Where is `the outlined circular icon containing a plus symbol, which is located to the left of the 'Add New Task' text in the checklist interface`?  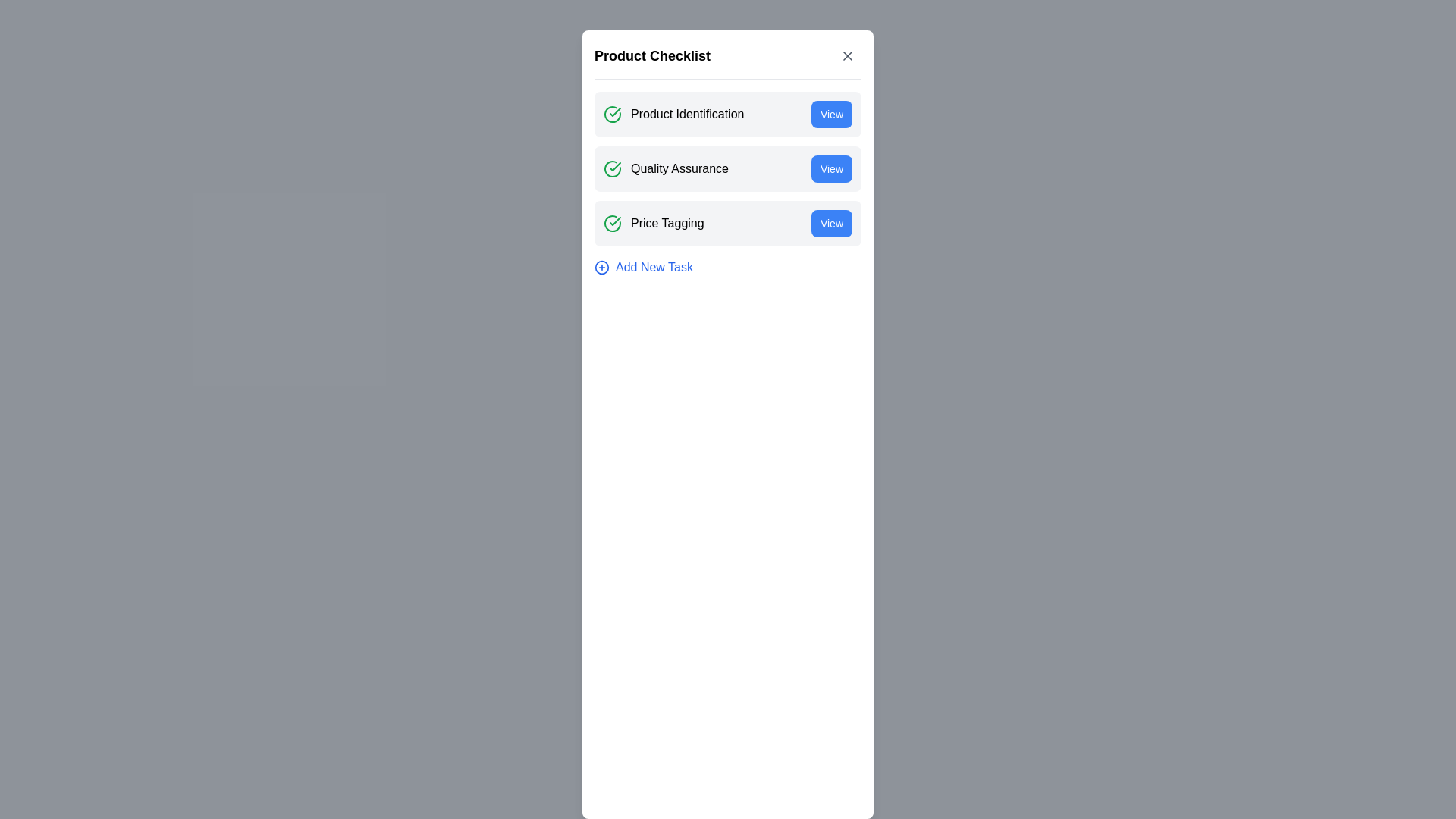 the outlined circular icon containing a plus symbol, which is located to the left of the 'Add New Task' text in the checklist interface is located at coordinates (601, 267).